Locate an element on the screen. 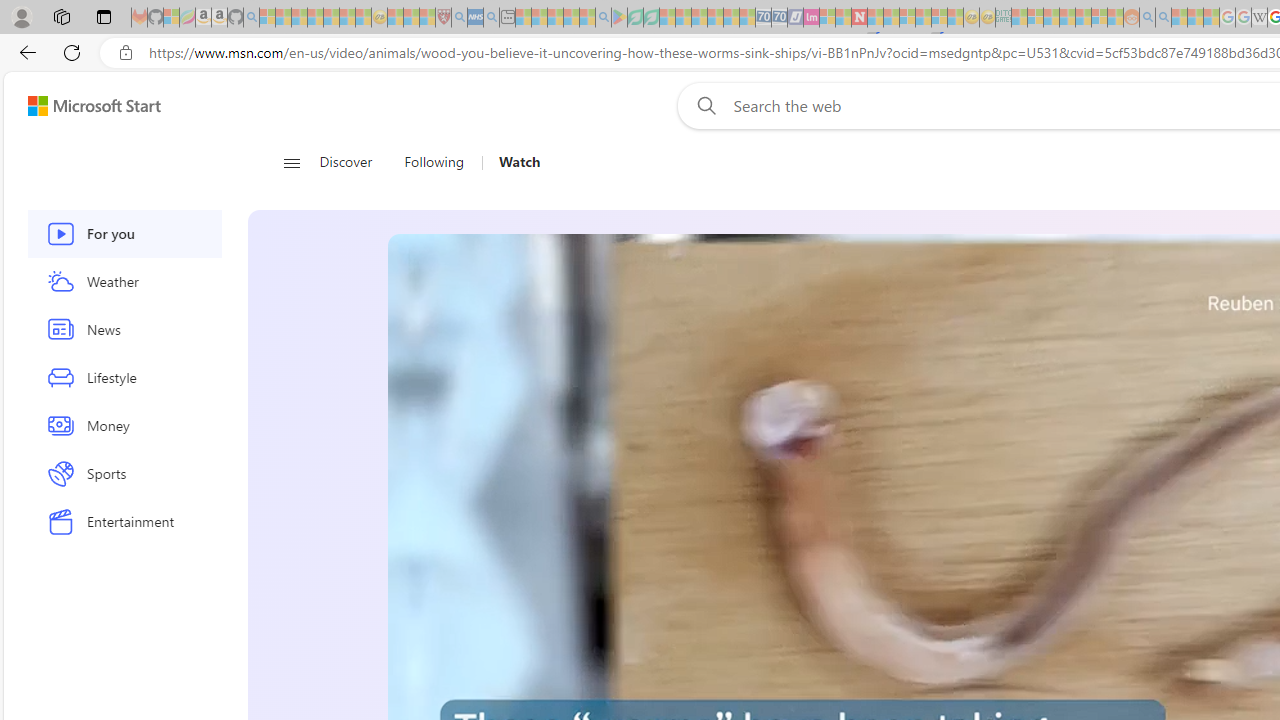  'Terms of Use Agreement - Sleeping' is located at coordinates (634, 17).